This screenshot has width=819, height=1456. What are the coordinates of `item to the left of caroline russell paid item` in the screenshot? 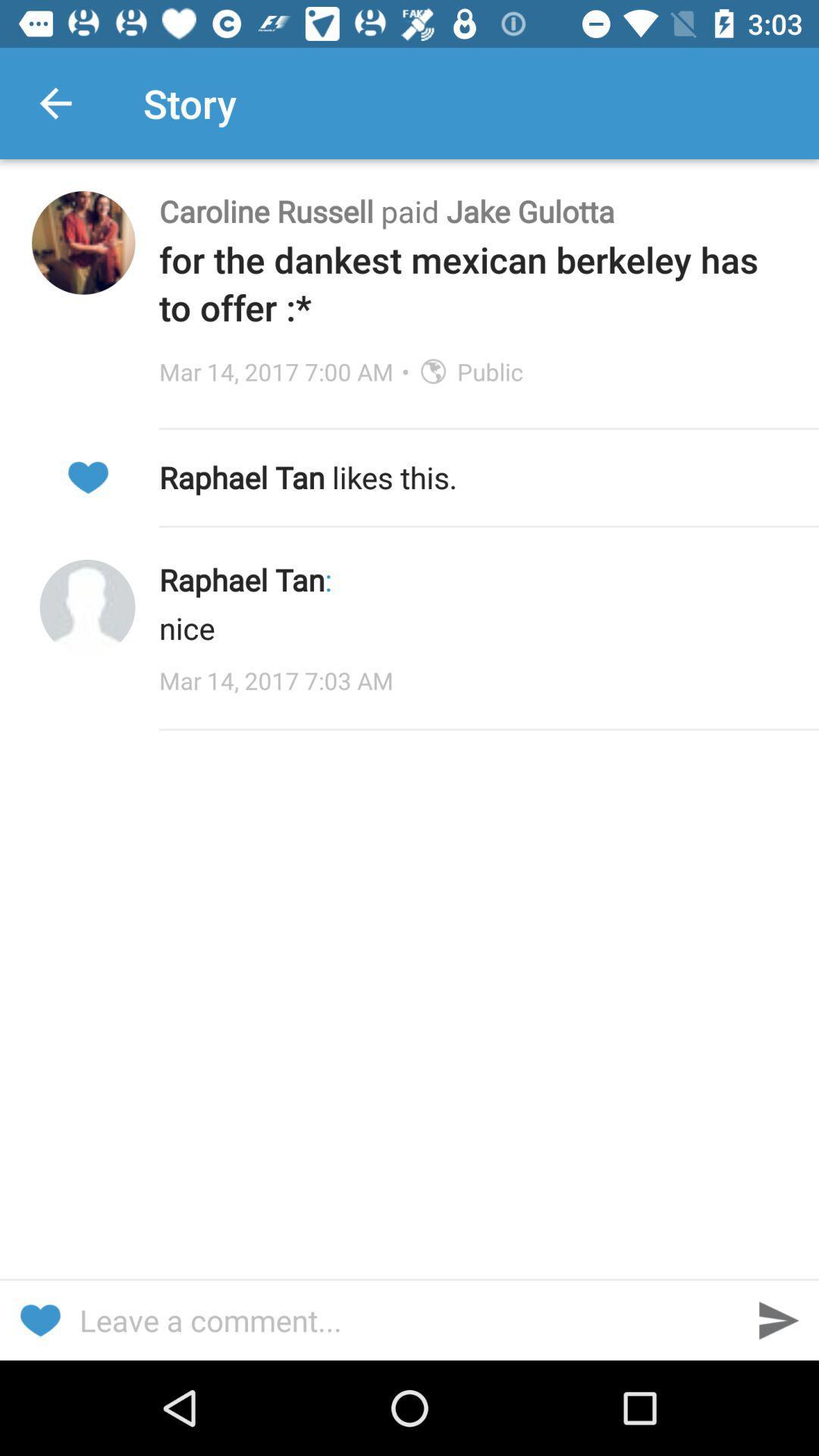 It's located at (83, 243).